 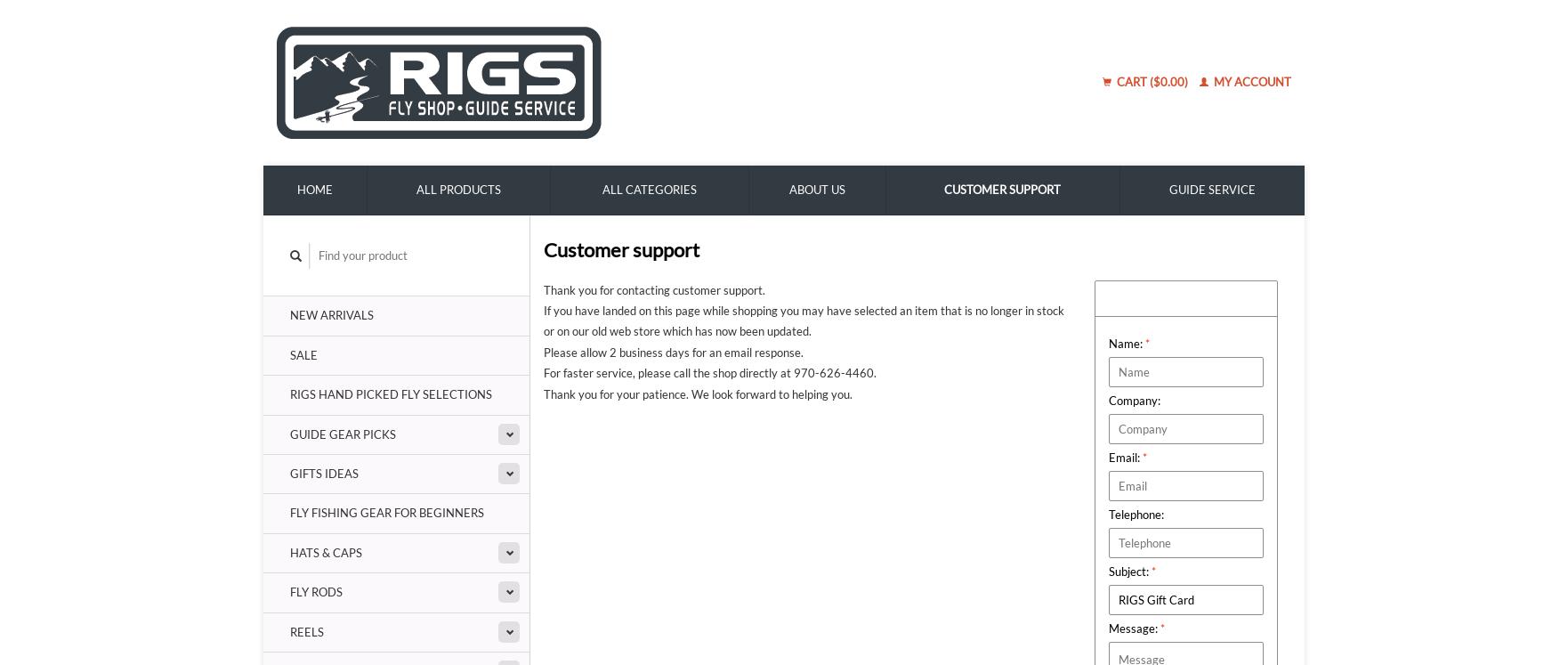 I want to click on 'RIGS Hand Picked Fly Selections', so click(x=391, y=393).